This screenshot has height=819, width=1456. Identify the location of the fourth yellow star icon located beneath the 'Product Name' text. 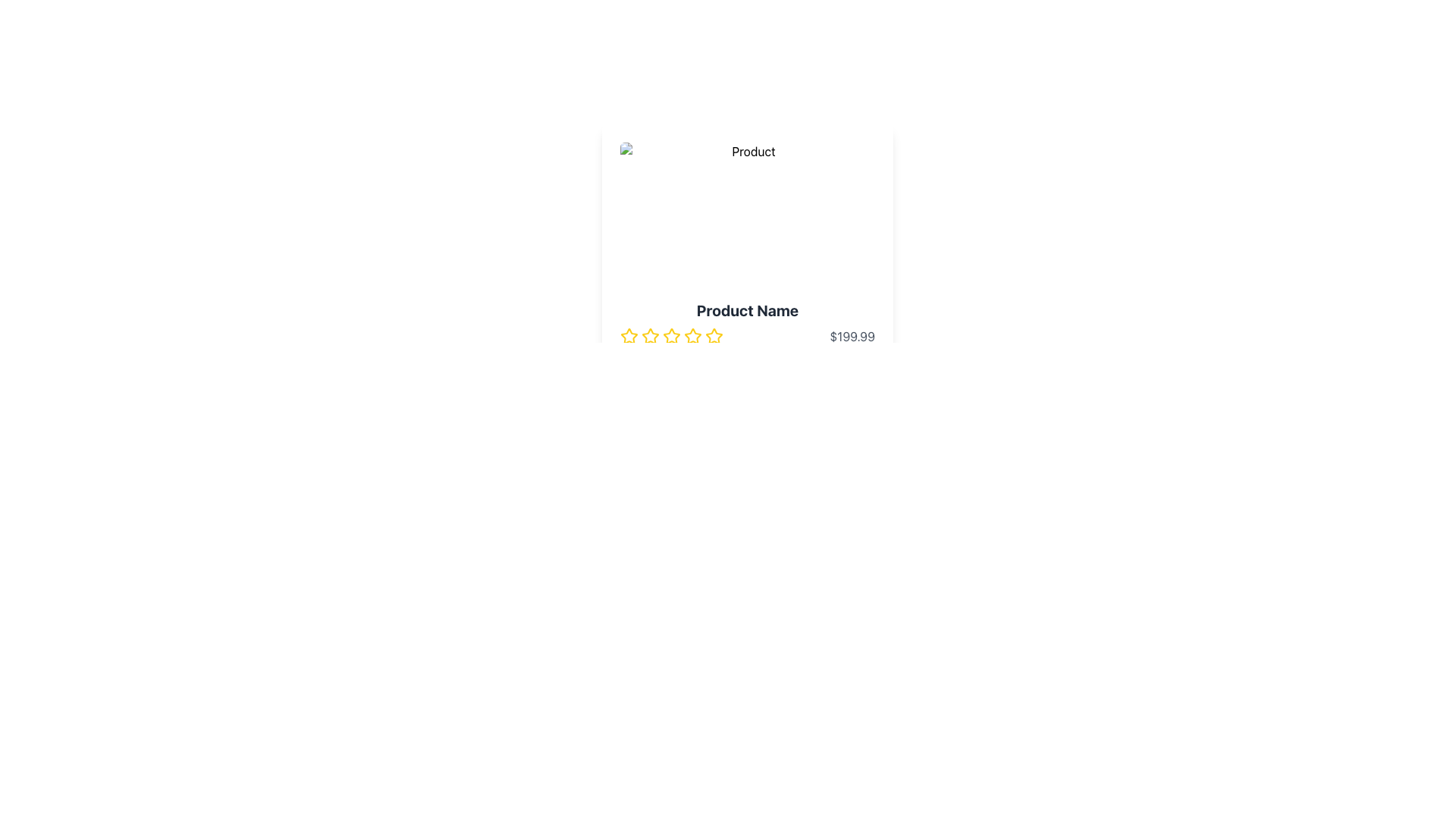
(692, 335).